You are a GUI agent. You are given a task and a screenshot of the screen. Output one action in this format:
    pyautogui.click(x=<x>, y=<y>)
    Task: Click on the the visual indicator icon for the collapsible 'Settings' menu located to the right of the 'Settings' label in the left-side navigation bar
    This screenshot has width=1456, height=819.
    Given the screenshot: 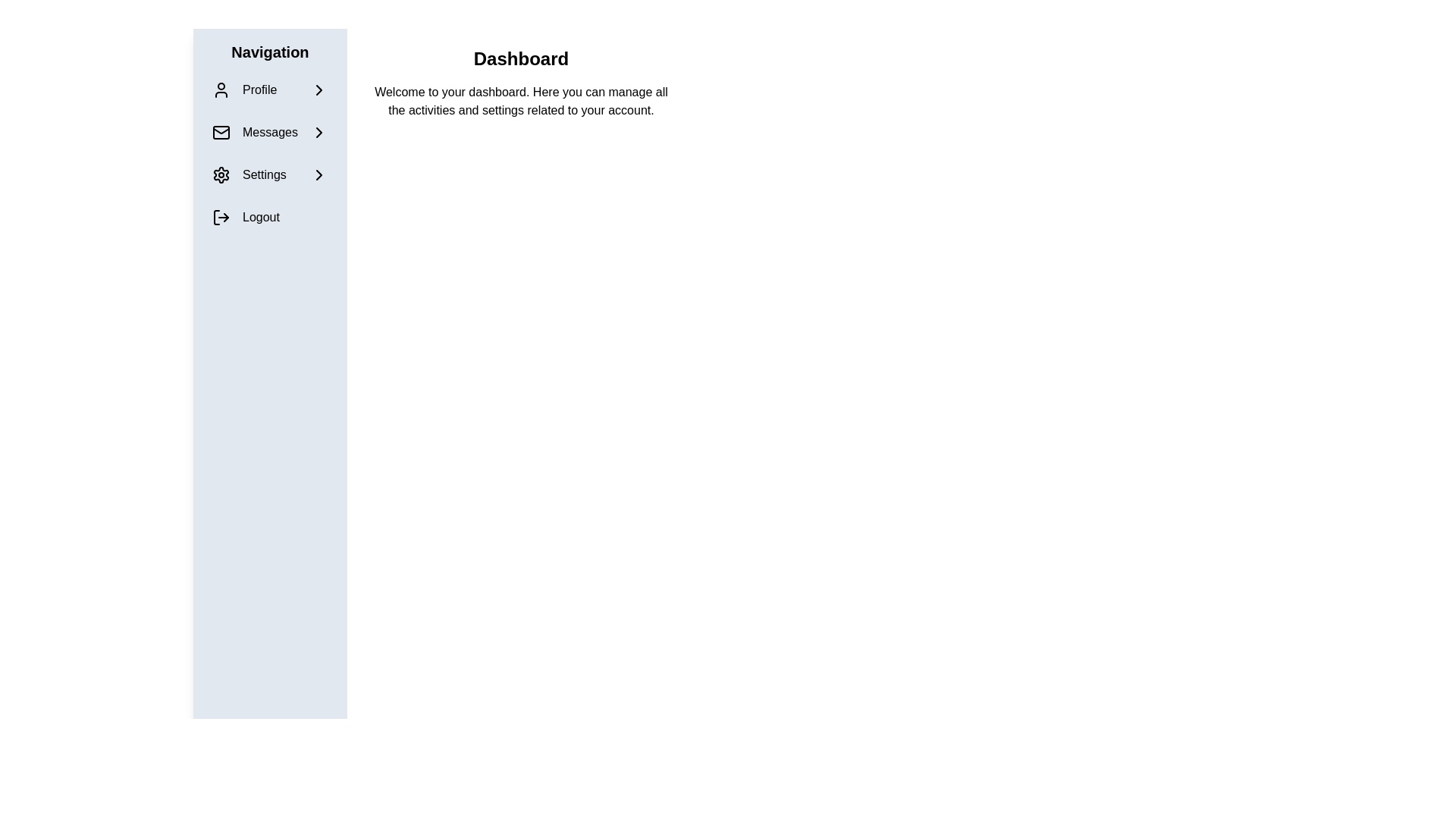 What is the action you would take?
    pyautogui.click(x=318, y=174)
    